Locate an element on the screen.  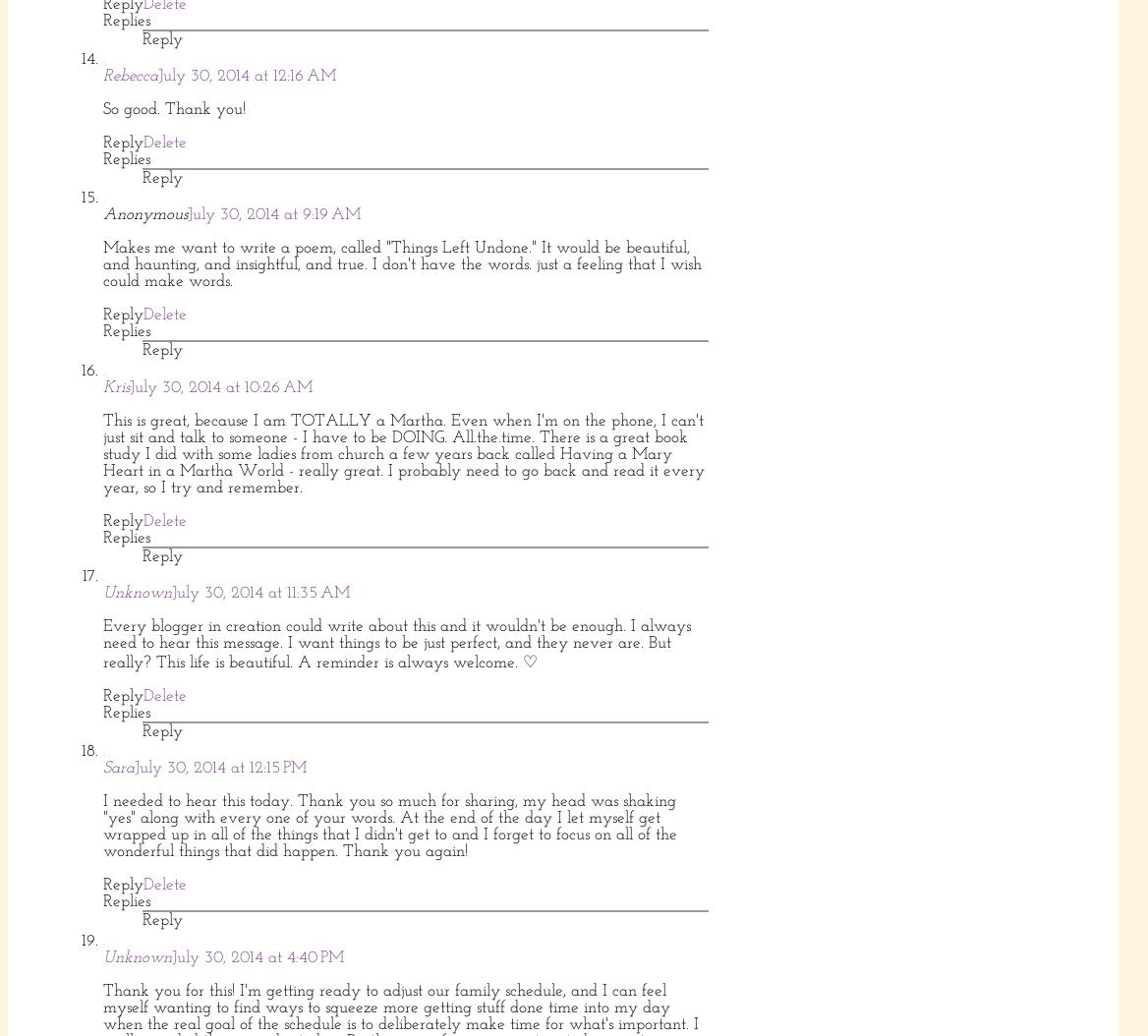
'July 30, 2014 at 12:16 AM' is located at coordinates (246, 74).